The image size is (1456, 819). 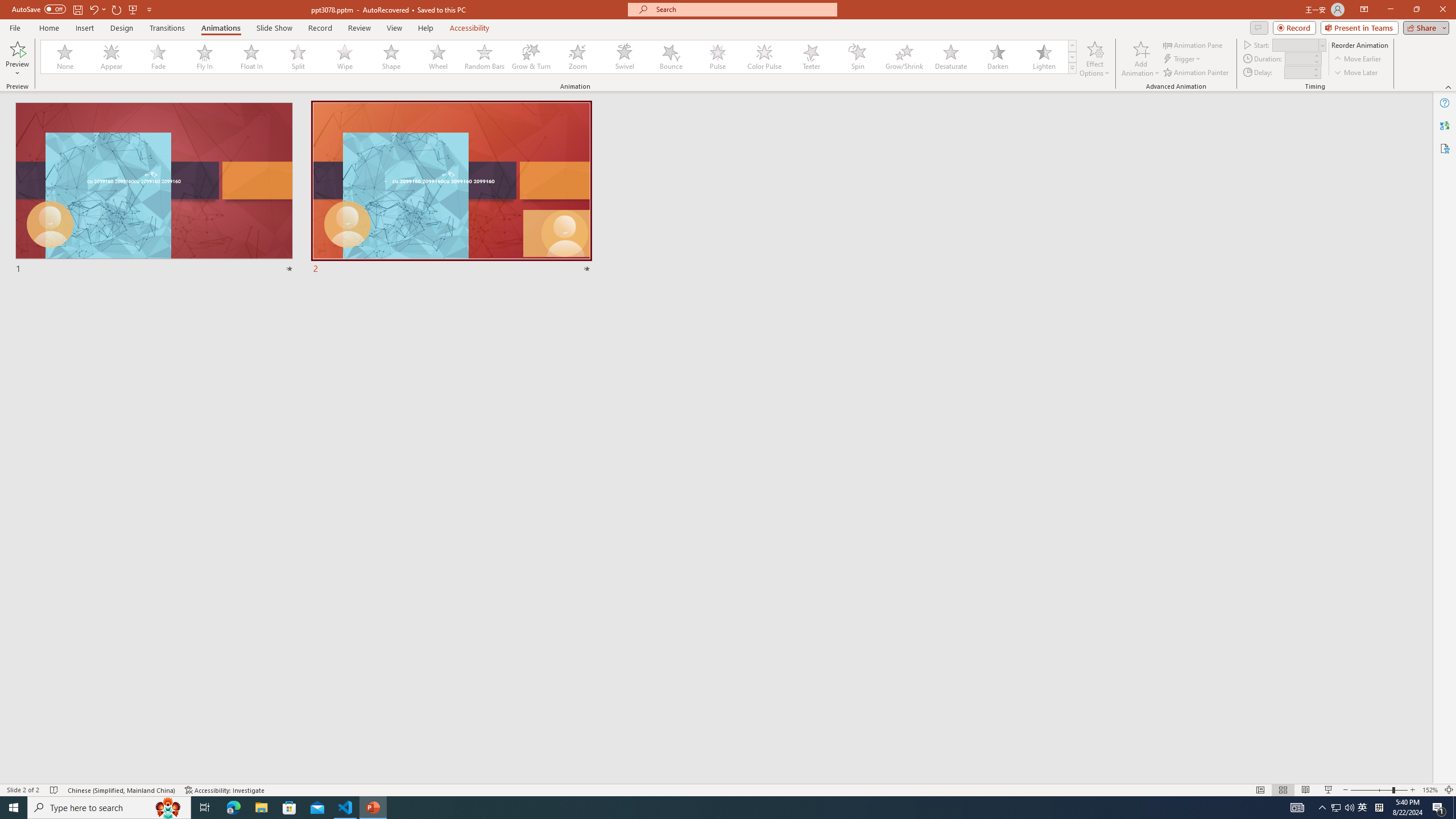 What do you see at coordinates (204, 56) in the screenshot?
I see `'Fly In'` at bounding box center [204, 56].